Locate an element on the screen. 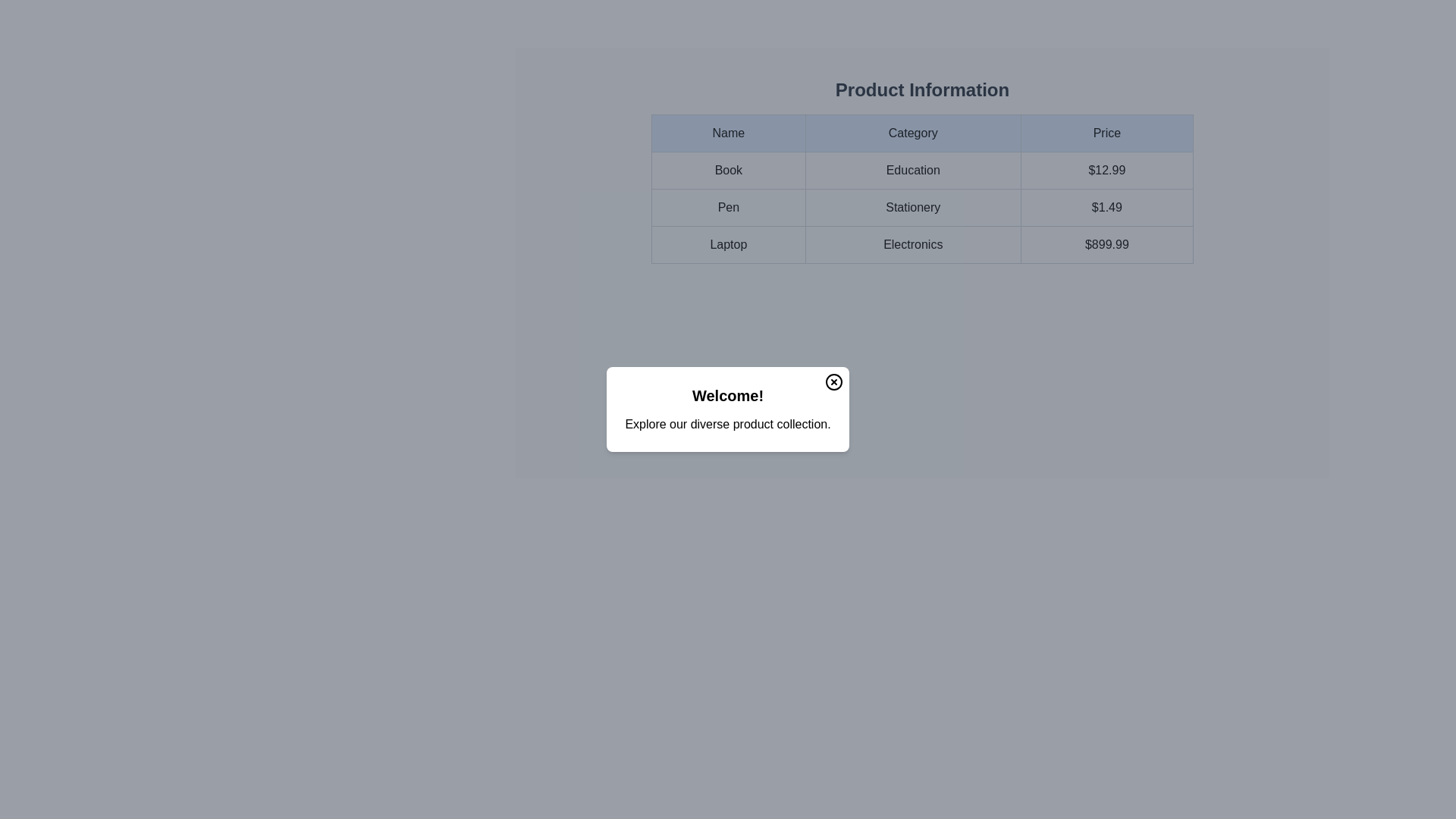  text label representing the product name 'Laptop' located in the first cell under the 'Name' column of the product listing table is located at coordinates (728, 244).